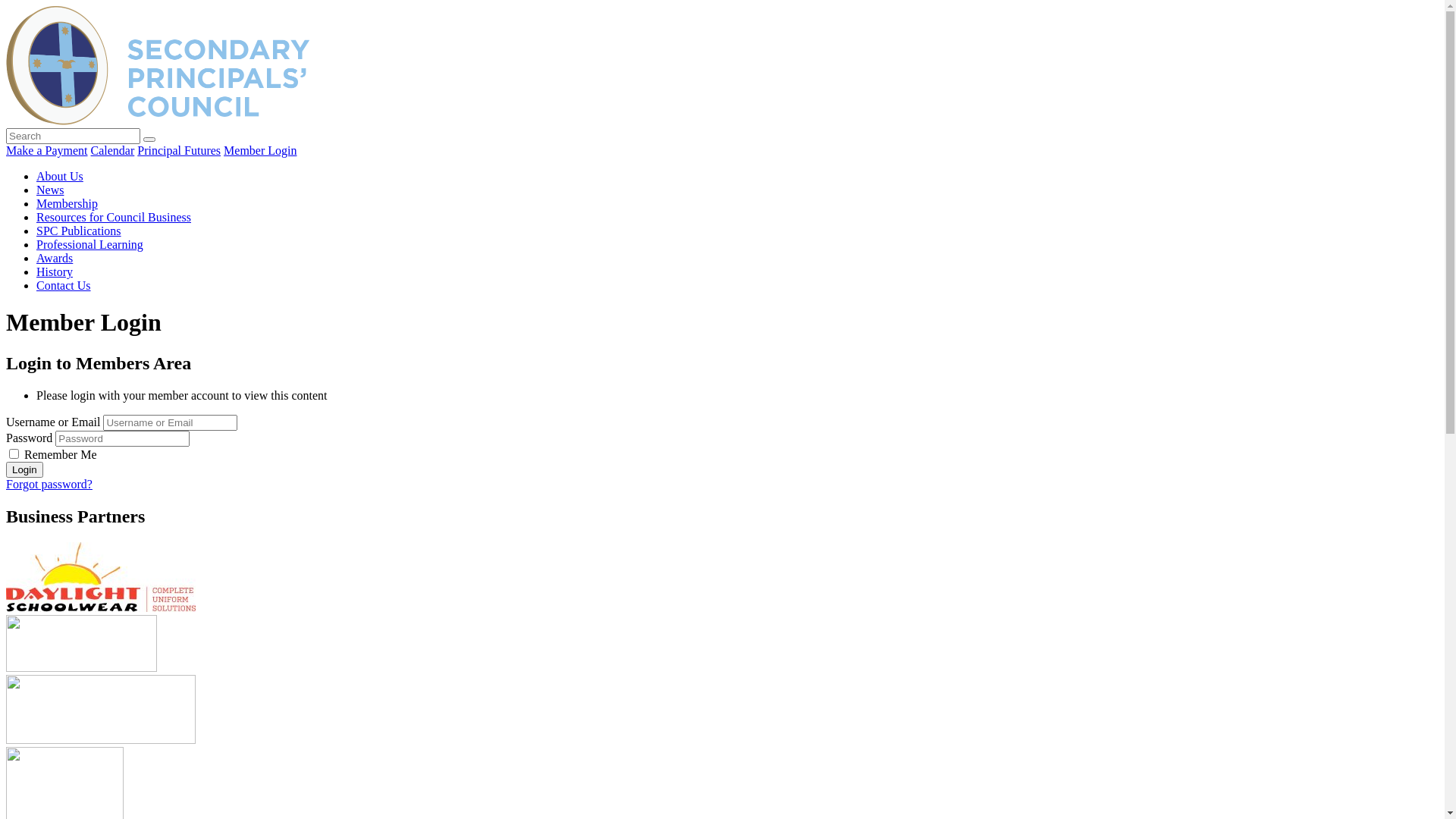 The height and width of the screenshot is (819, 1456). What do you see at coordinates (36, 285) in the screenshot?
I see `'Contact Us'` at bounding box center [36, 285].